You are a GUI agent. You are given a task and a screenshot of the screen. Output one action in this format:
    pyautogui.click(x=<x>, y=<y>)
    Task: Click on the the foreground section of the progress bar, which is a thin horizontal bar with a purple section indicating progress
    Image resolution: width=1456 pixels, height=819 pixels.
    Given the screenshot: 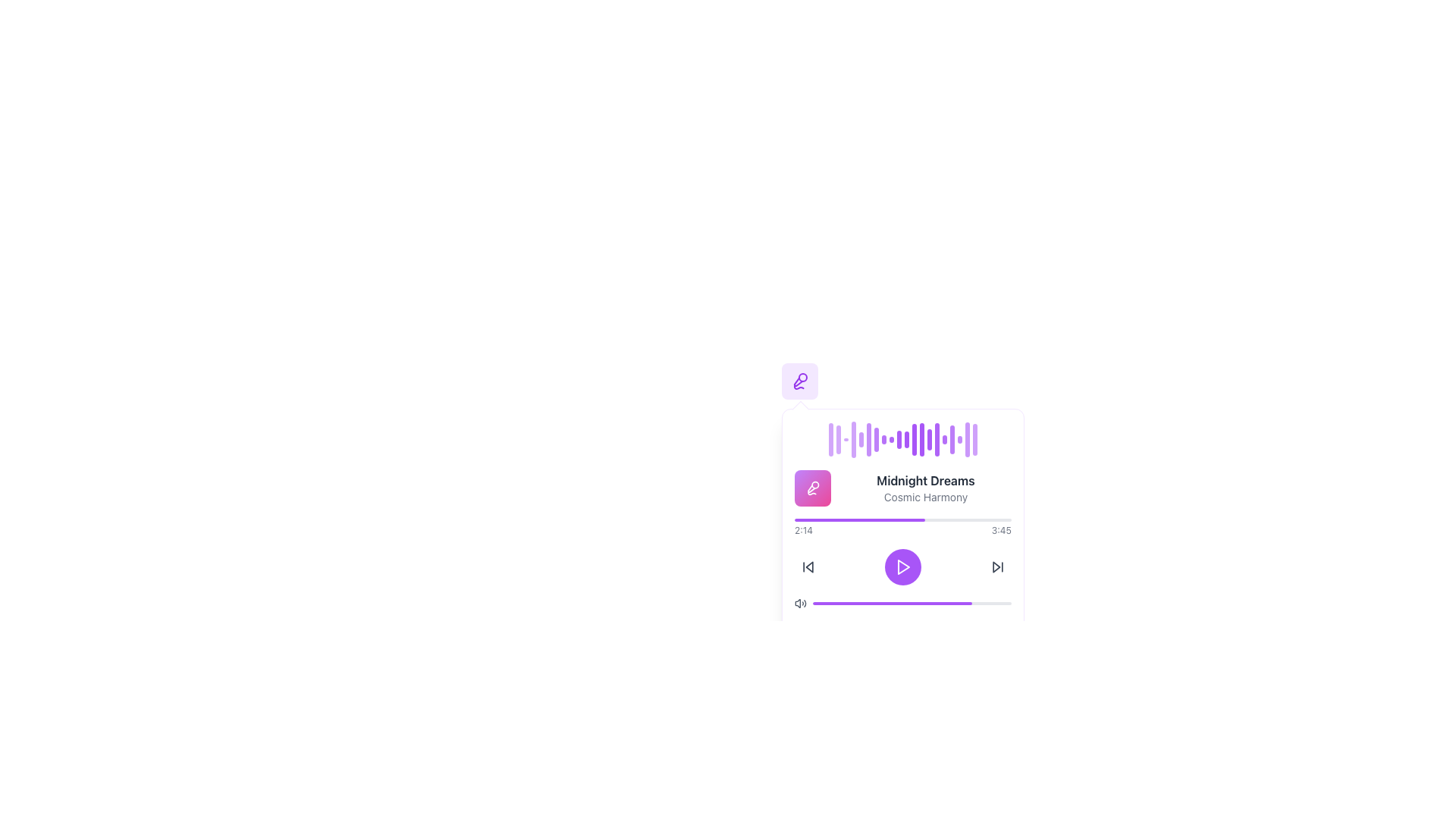 What is the action you would take?
    pyautogui.click(x=912, y=602)
    